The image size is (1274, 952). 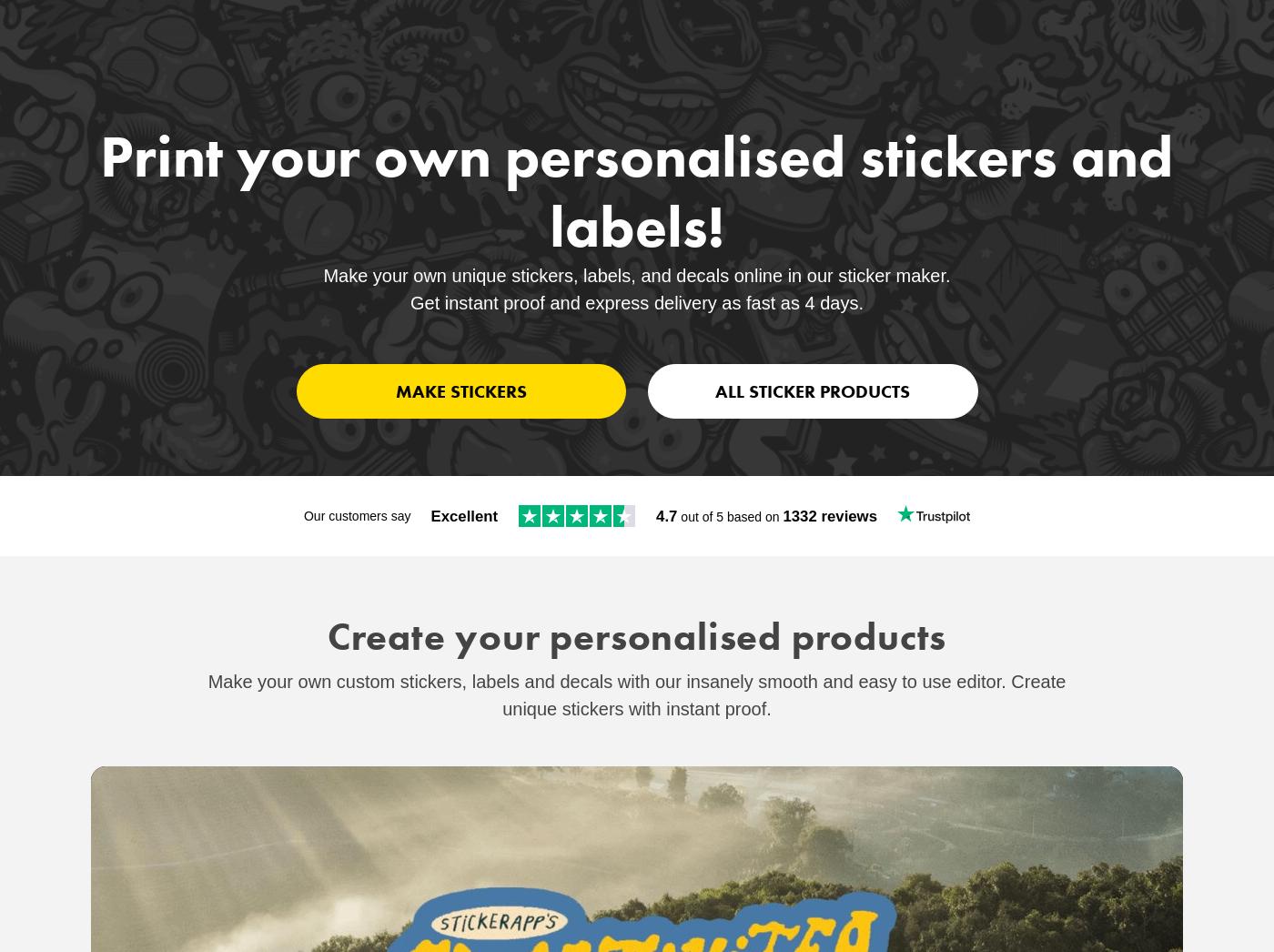 I want to click on 'Sticker Support', so click(x=905, y=44).